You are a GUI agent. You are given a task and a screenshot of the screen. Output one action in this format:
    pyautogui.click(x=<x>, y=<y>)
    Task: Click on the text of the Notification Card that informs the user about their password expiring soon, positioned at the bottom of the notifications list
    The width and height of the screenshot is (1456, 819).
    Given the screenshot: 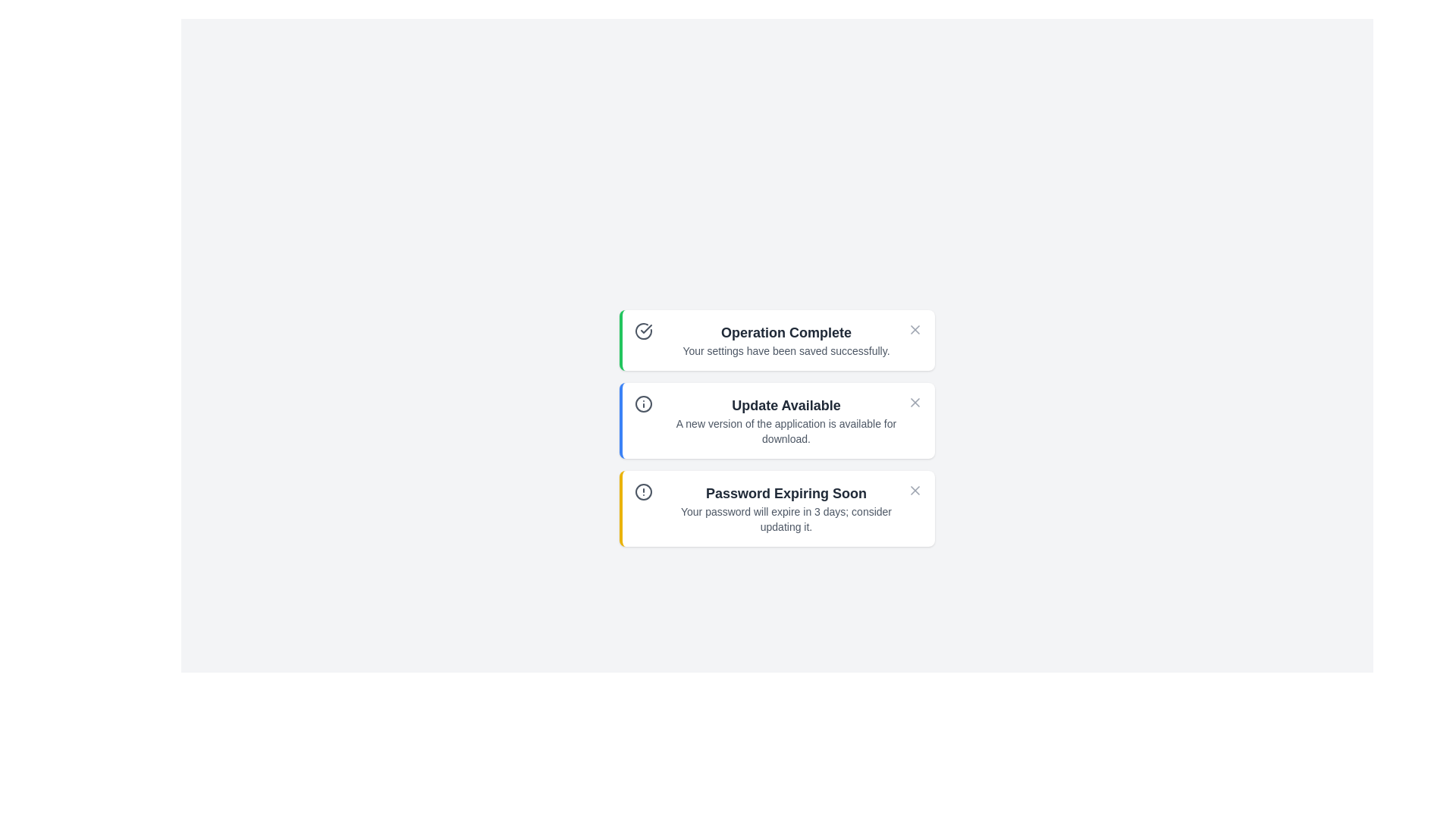 What is the action you would take?
    pyautogui.click(x=777, y=509)
    